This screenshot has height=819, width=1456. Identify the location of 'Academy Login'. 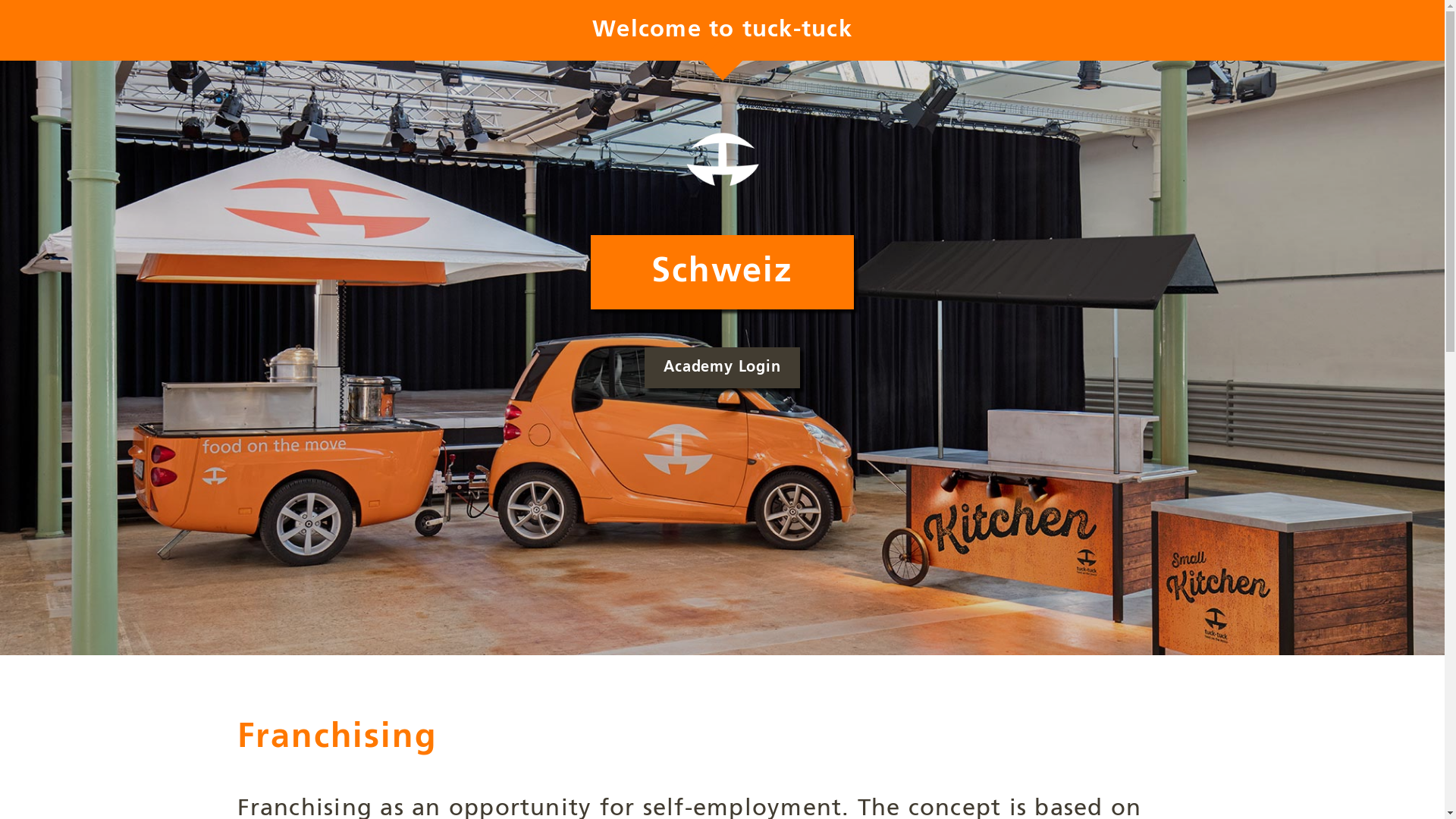
(720, 368).